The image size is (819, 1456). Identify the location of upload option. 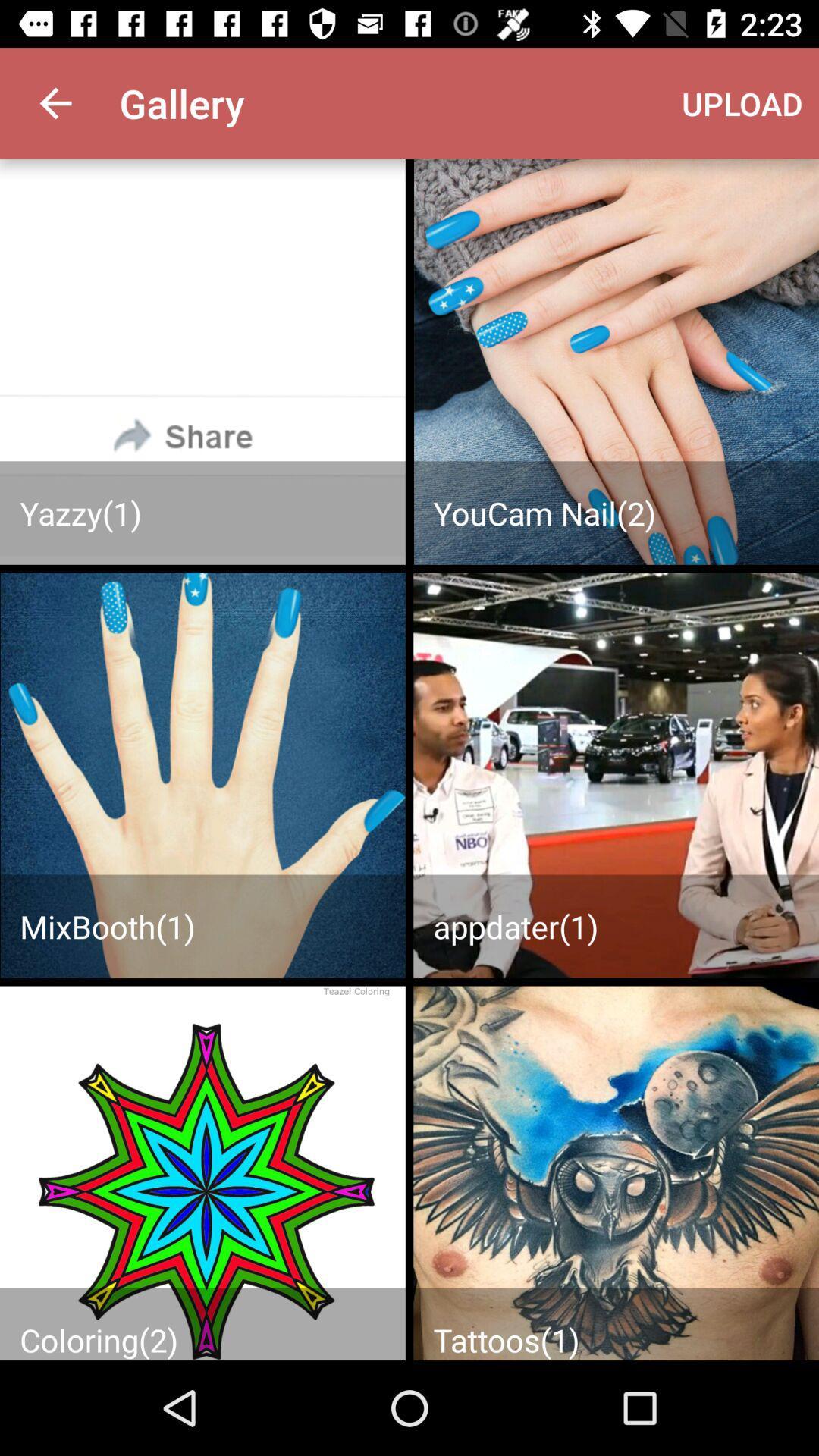
(616, 361).